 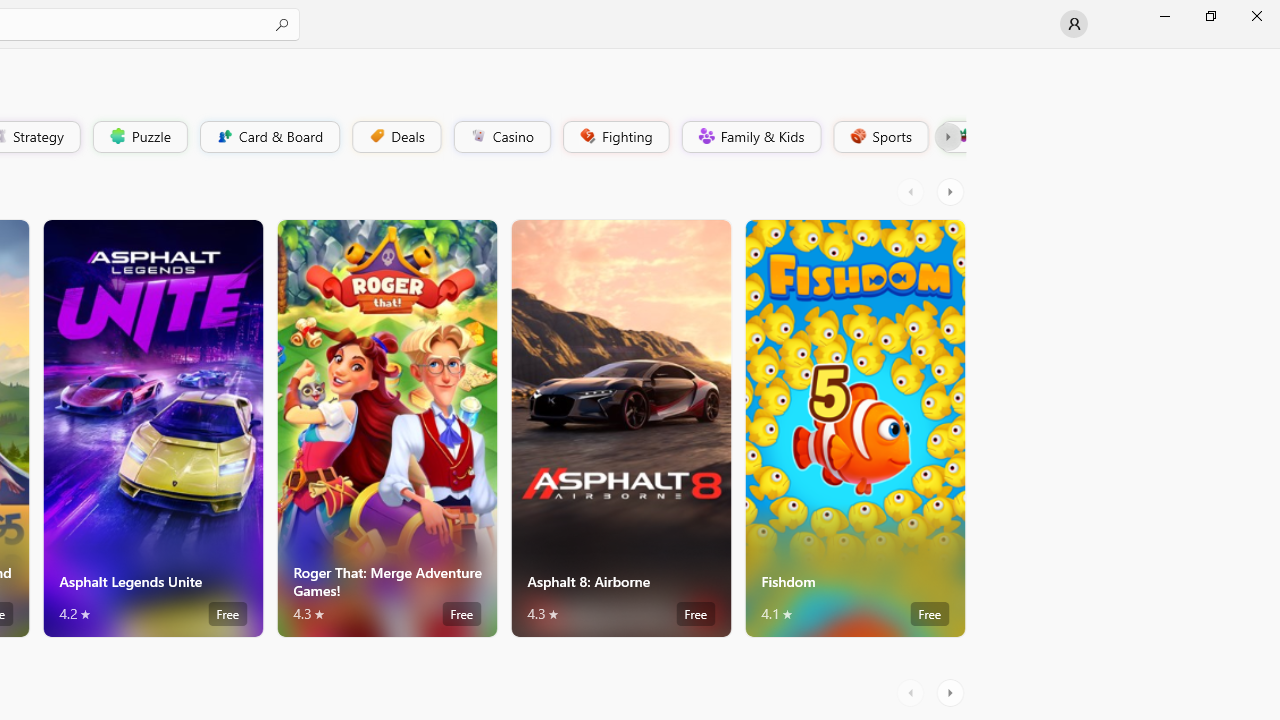 I want to click on 'AutomationID: LeftScrollButton', so click(x=912, y=692).